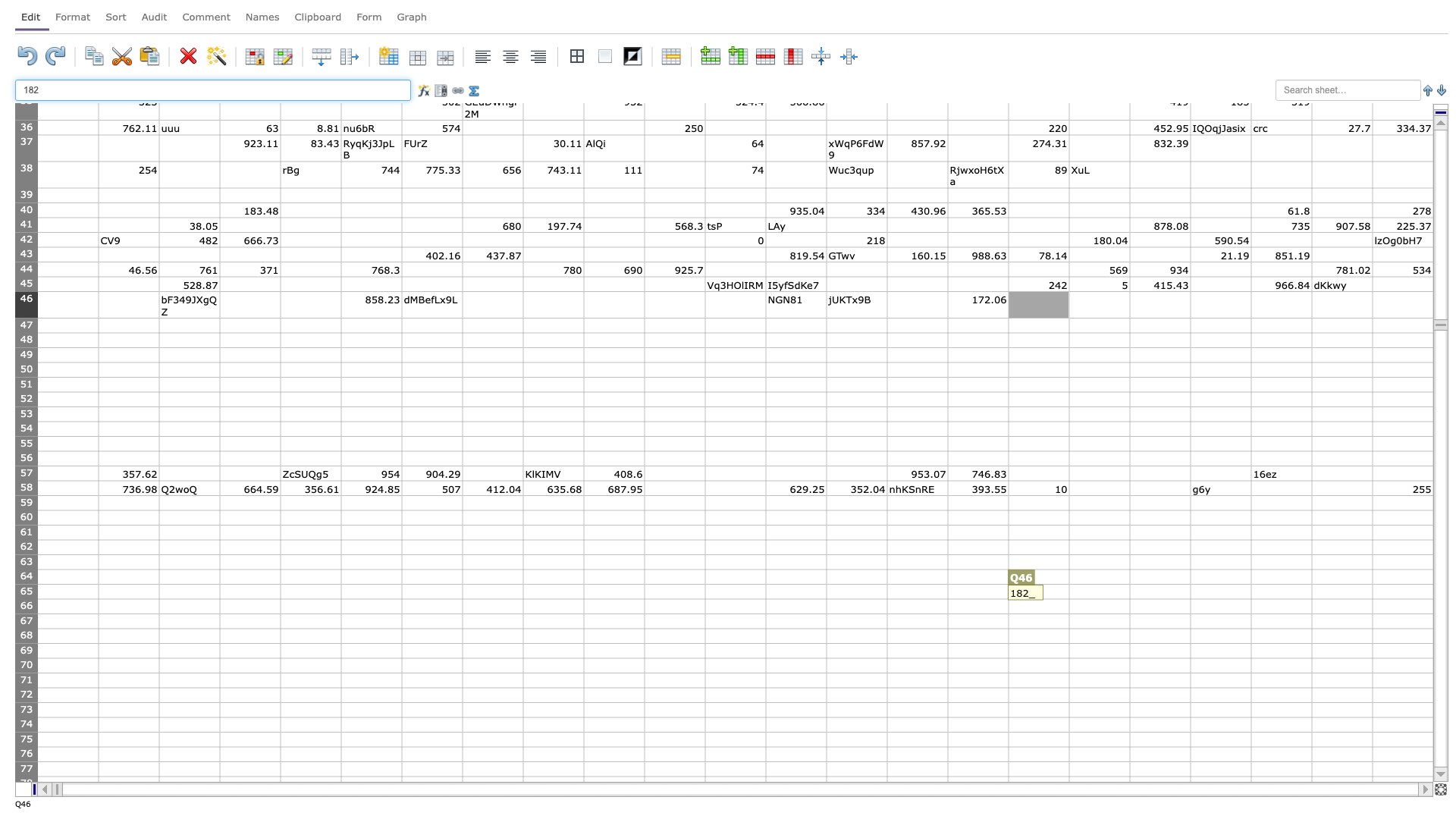  Describe the element at coordinates (1189, 613) in the screenshot. I see `Lower right of S66` at that location.